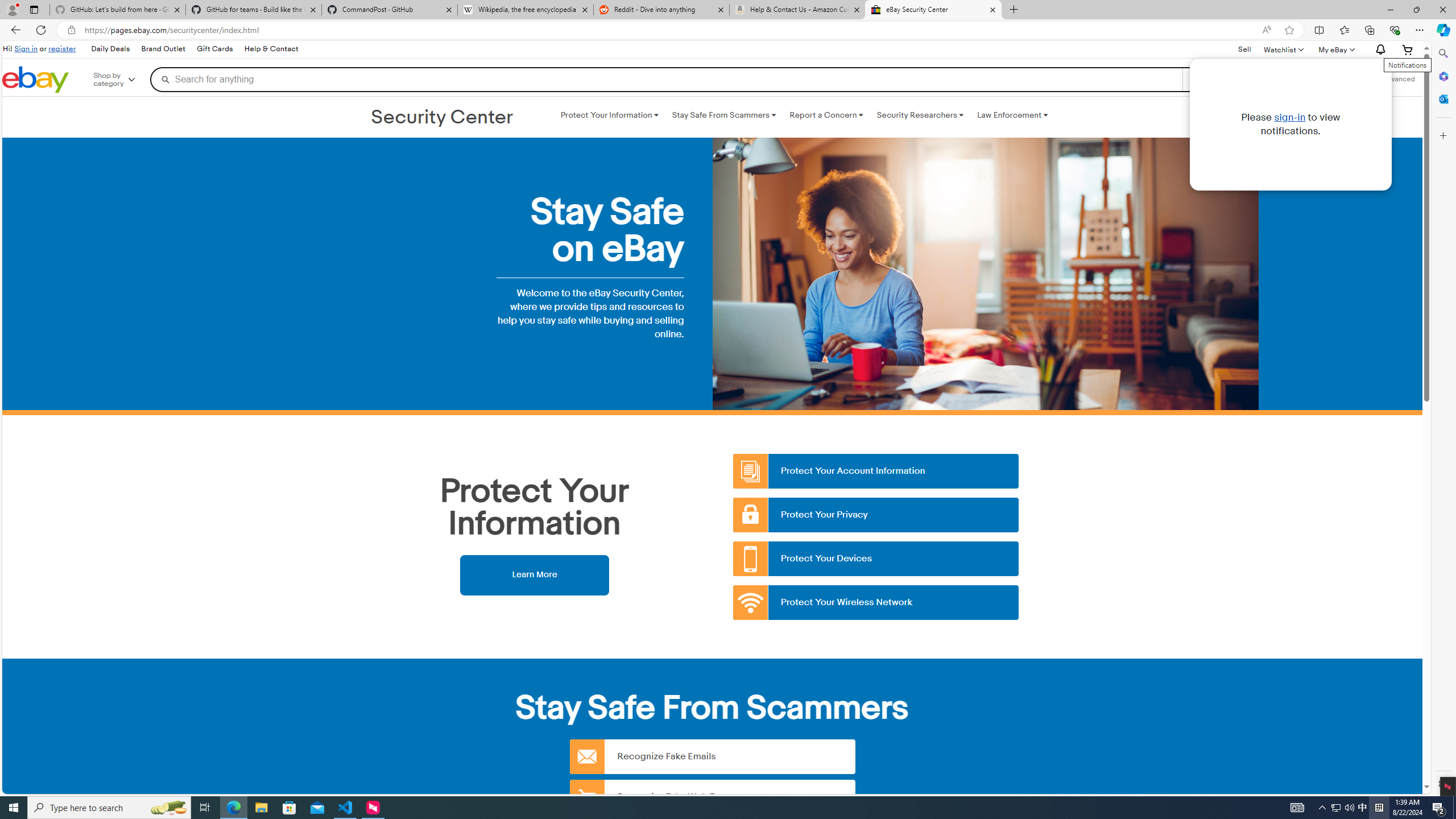  What do you see at coordinates (526, 9) in the screenshot?
I see `'Wikipedia, the free encyclopedia'` at bounding box center [526, 9].